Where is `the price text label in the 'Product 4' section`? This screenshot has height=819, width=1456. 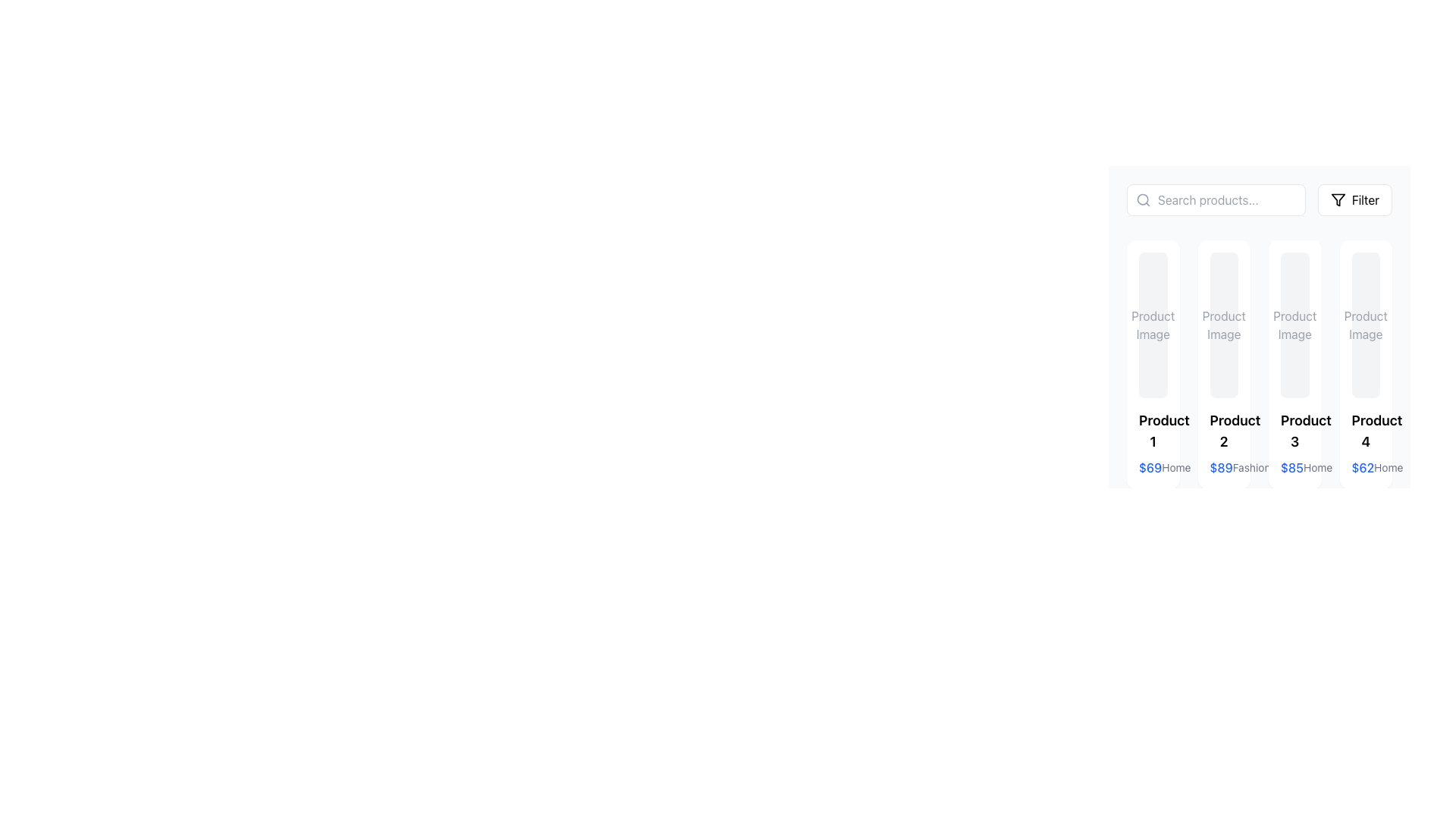 the price text label in the 'Product 4' section is located at coordinates (1363, 467).